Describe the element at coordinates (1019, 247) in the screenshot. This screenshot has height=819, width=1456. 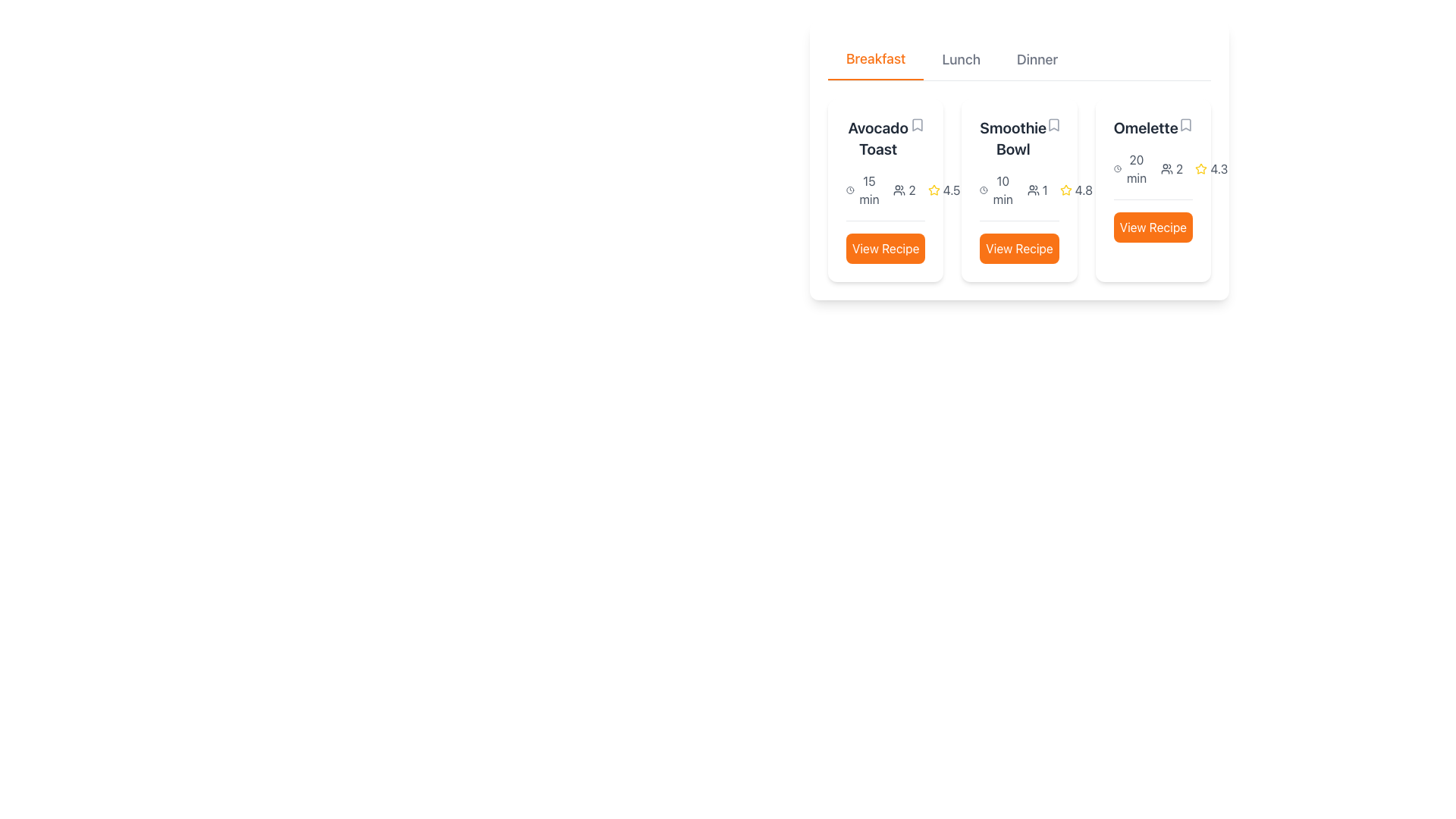
I see `the 'View Recipe' button, which is a bright orange rounded rectangular button located in the middle section of the interface, to change its background color to a darker shade` at that location.